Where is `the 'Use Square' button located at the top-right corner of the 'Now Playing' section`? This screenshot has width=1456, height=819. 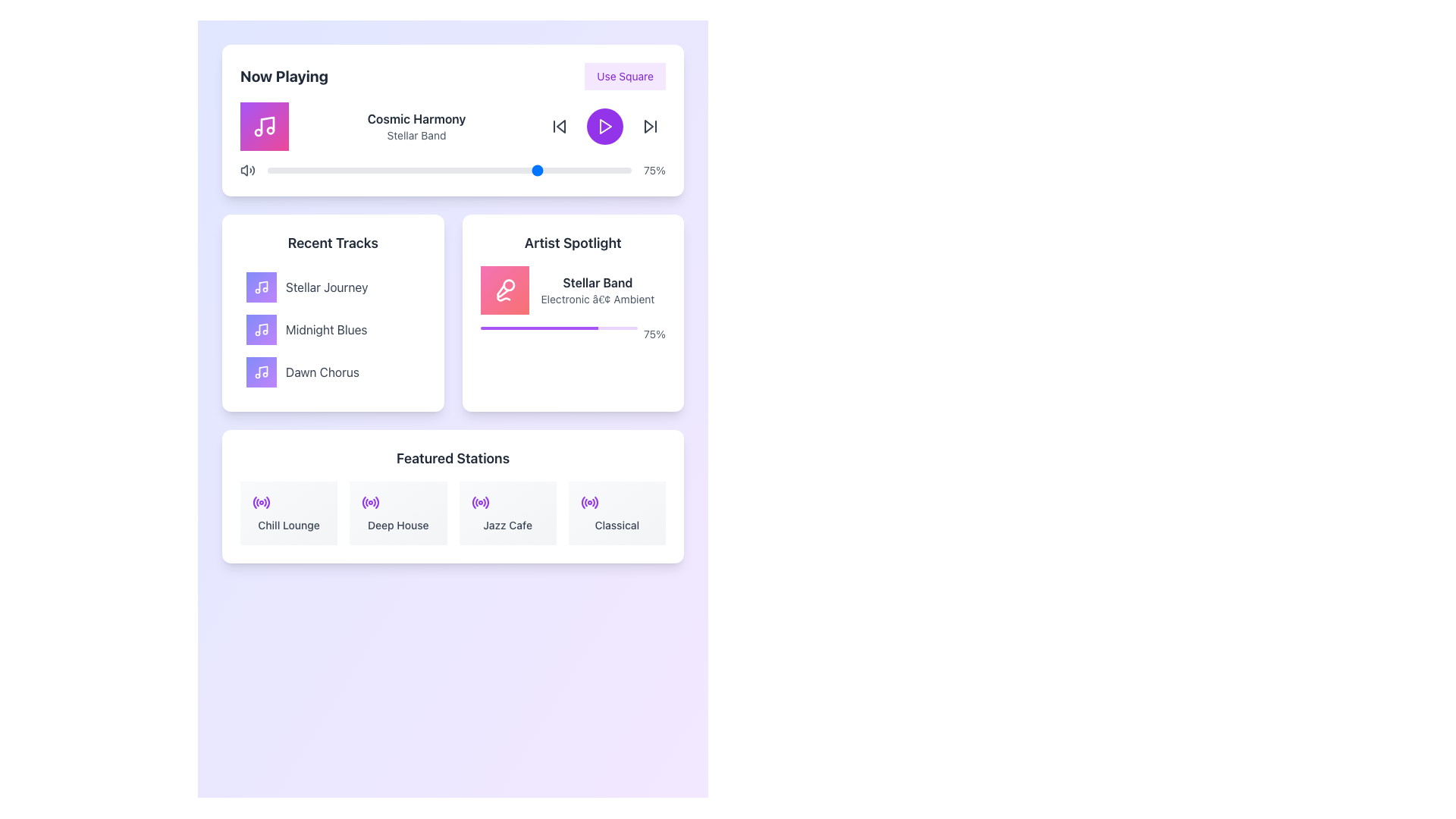
the 'Use Square' button located at the top-right corner of the 'Now Playing' section is located at coordinates (625, 76).